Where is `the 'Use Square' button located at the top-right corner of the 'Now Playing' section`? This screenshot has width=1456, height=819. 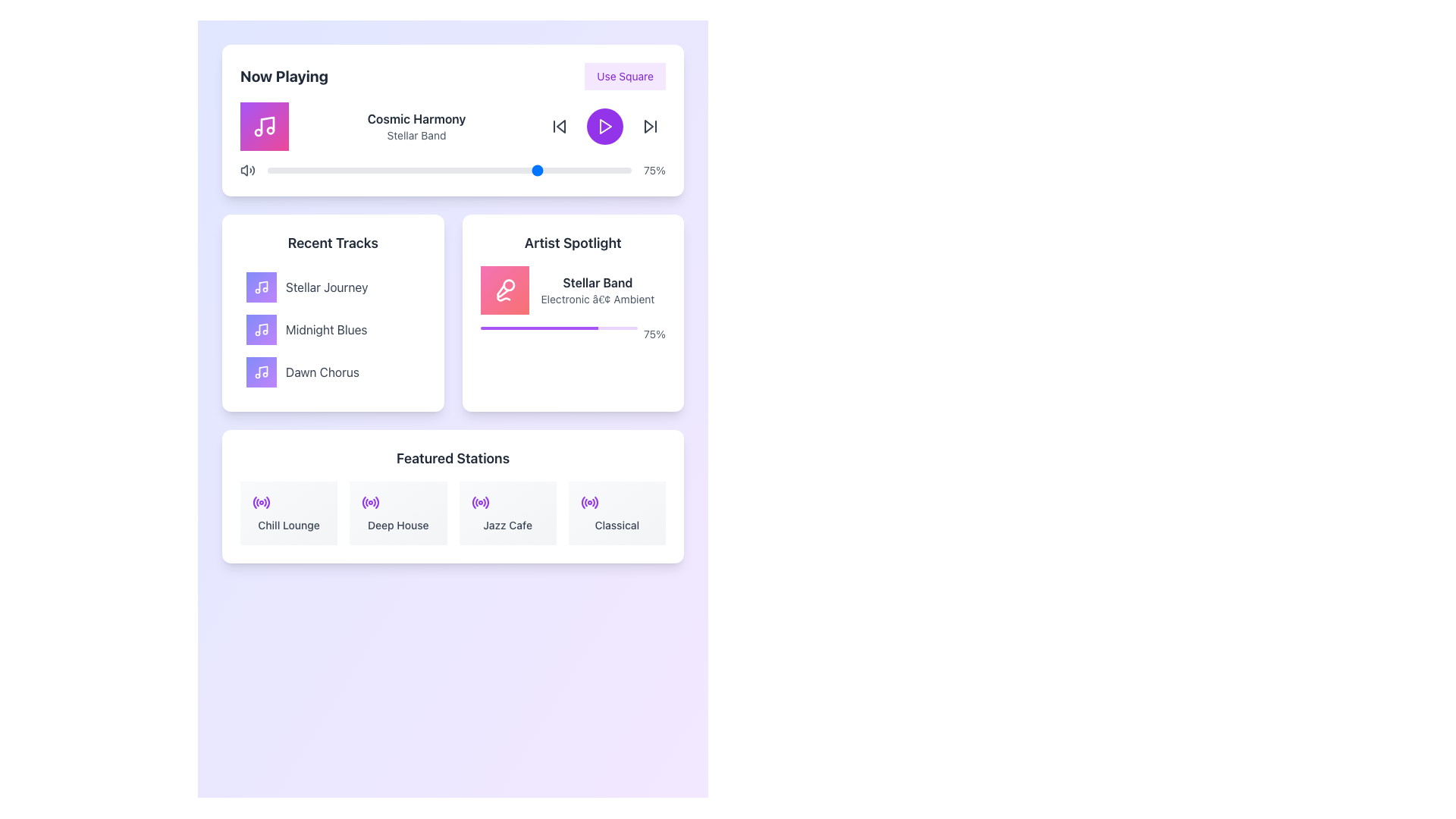
the 'Use Square' button located at the top-right corner of the 'Now Playing' section is located at coordinates (625, 76).